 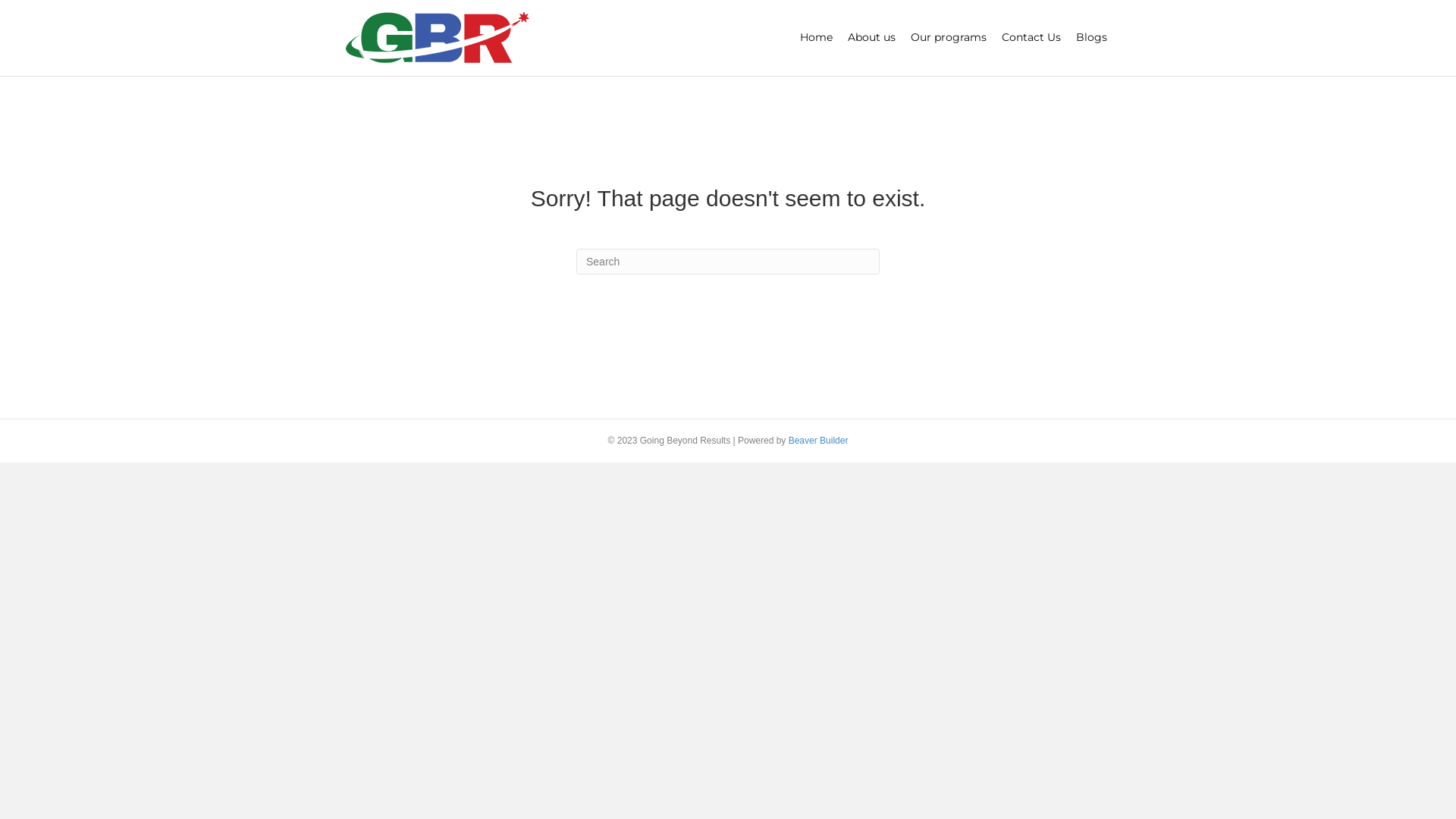 What do you see at coordinates (789, 441) in the screenshot?
I see `'Beaver Builder'` at bounding box center [789, 441].